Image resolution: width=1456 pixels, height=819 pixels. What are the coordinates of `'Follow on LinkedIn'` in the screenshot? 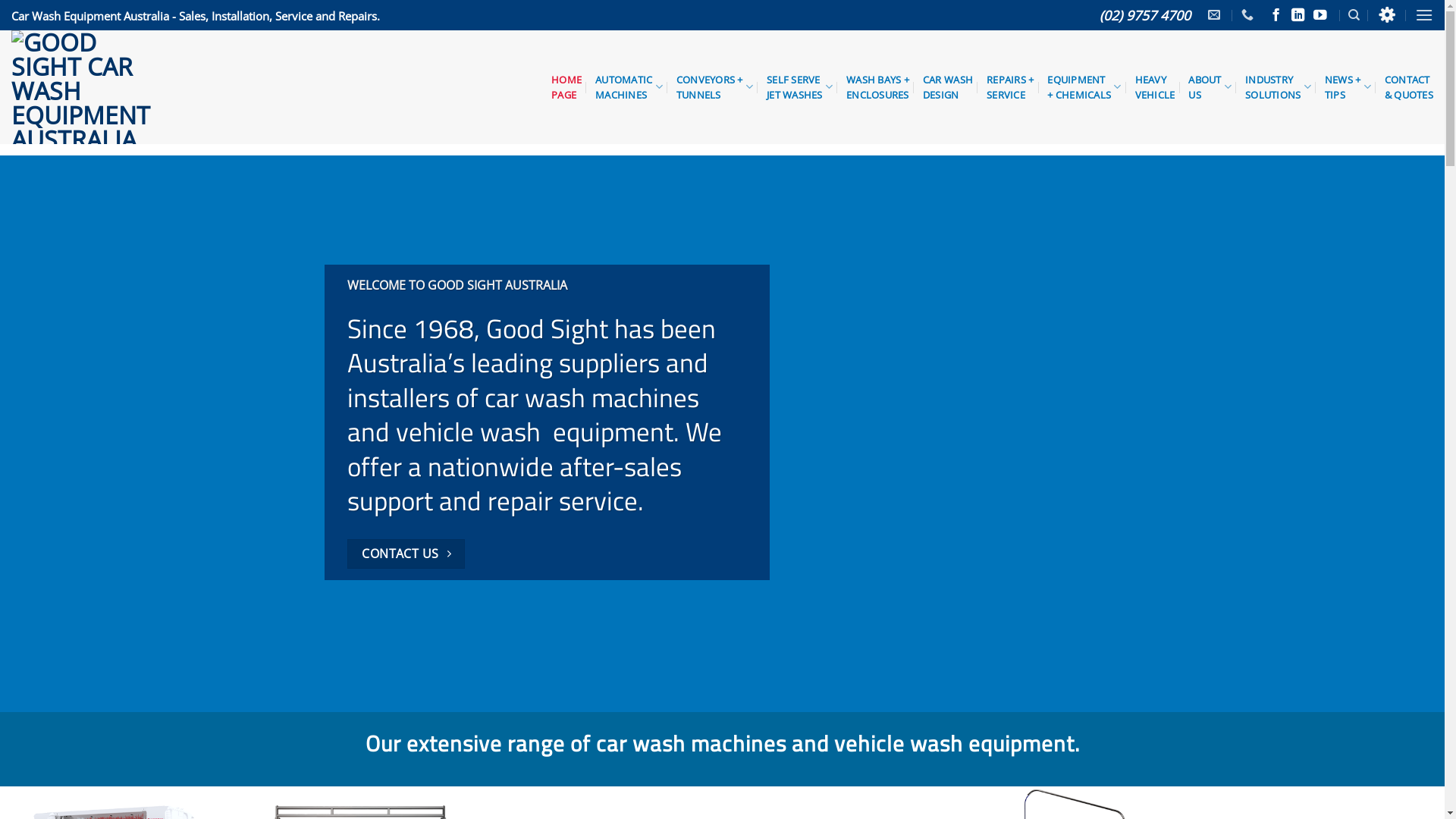 It's located at (1298, 15).